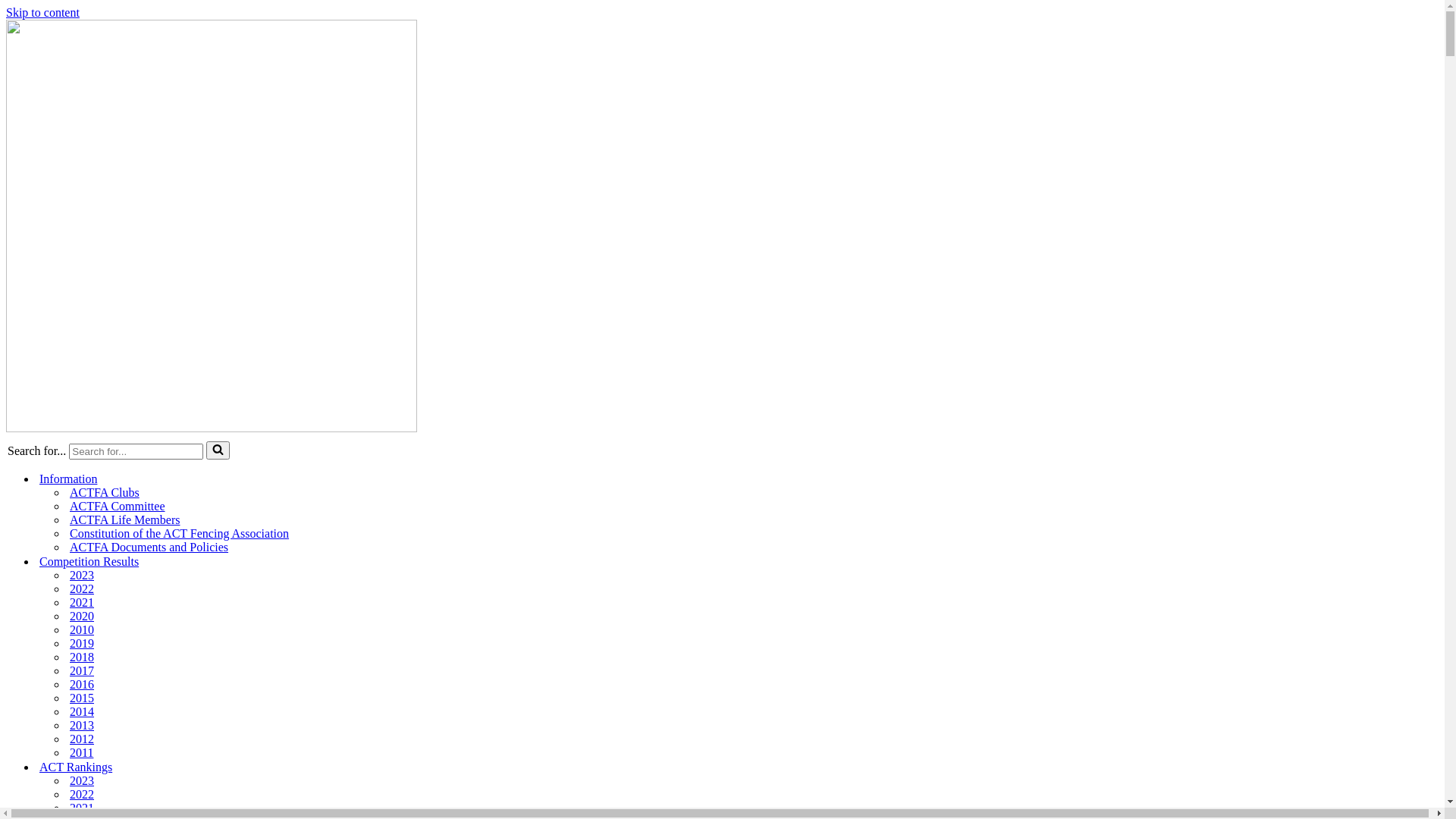  Describe the element at coordinates (75, 767) in the screenshot. I see `'ACT Rankings'` at that location.